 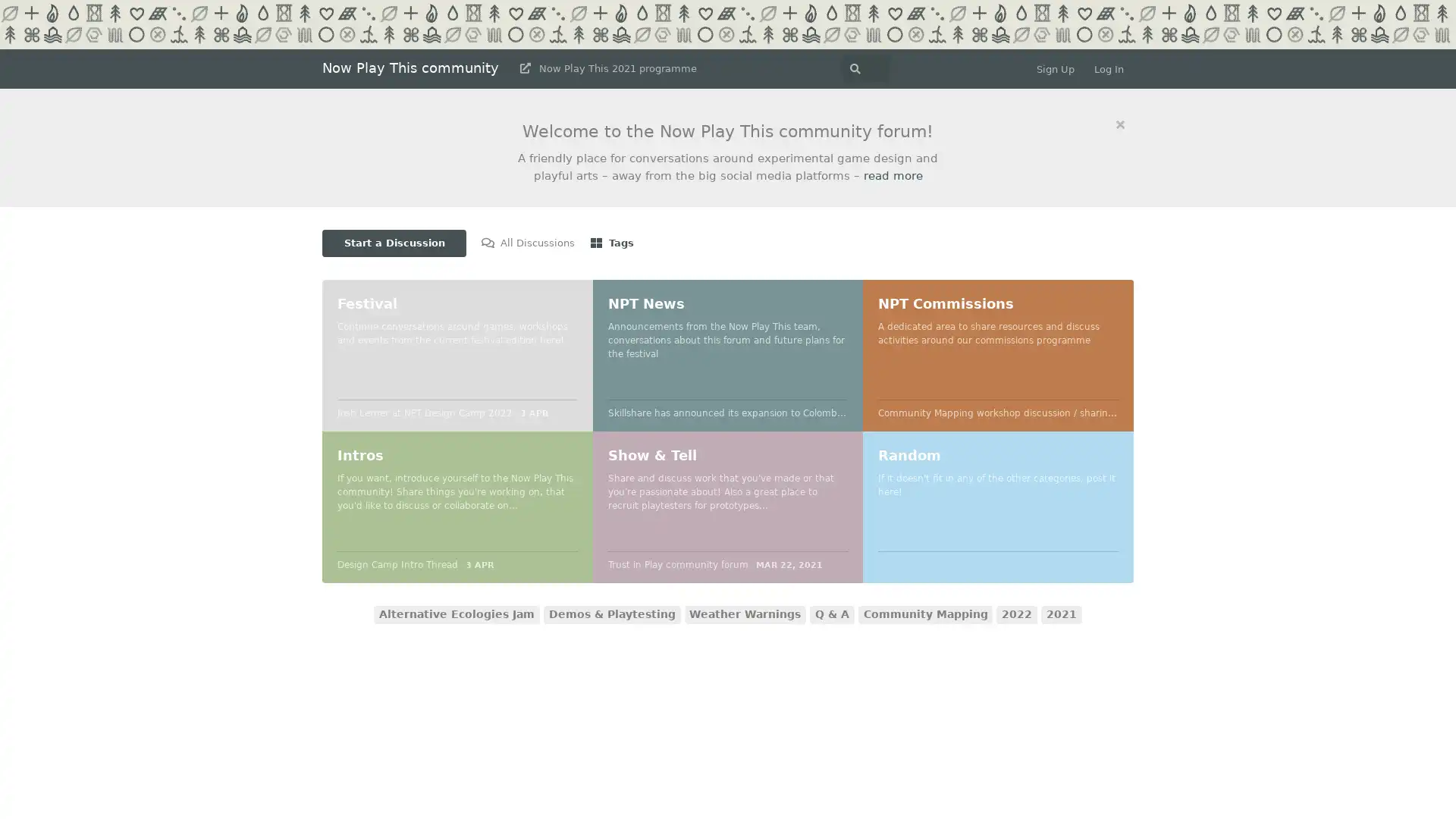 I want to click on Sign Up, so click(x=1055, y=69).